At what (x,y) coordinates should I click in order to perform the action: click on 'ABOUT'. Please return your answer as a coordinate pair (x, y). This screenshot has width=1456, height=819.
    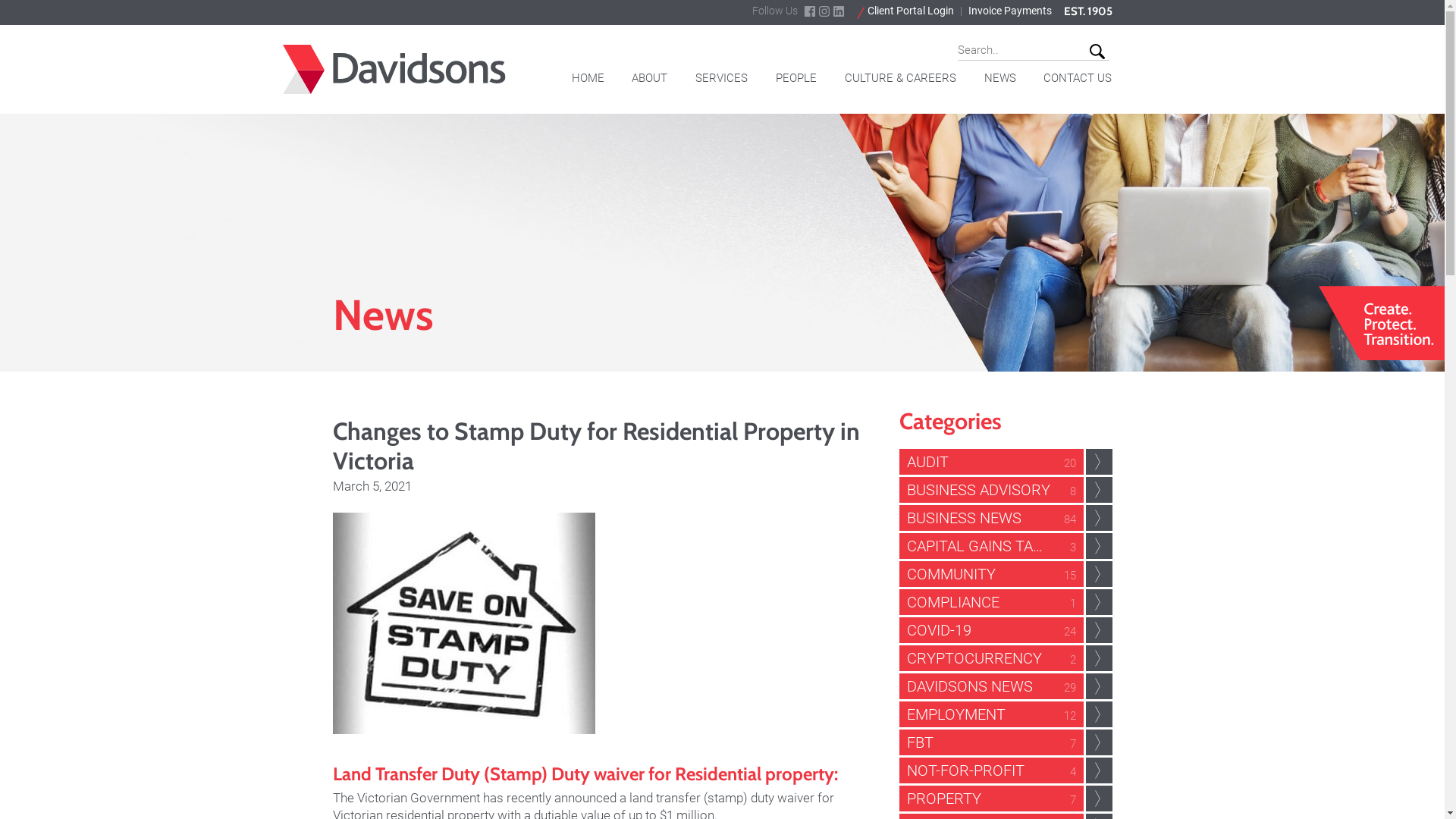
    Looking at the image, I should click on (649, 82).